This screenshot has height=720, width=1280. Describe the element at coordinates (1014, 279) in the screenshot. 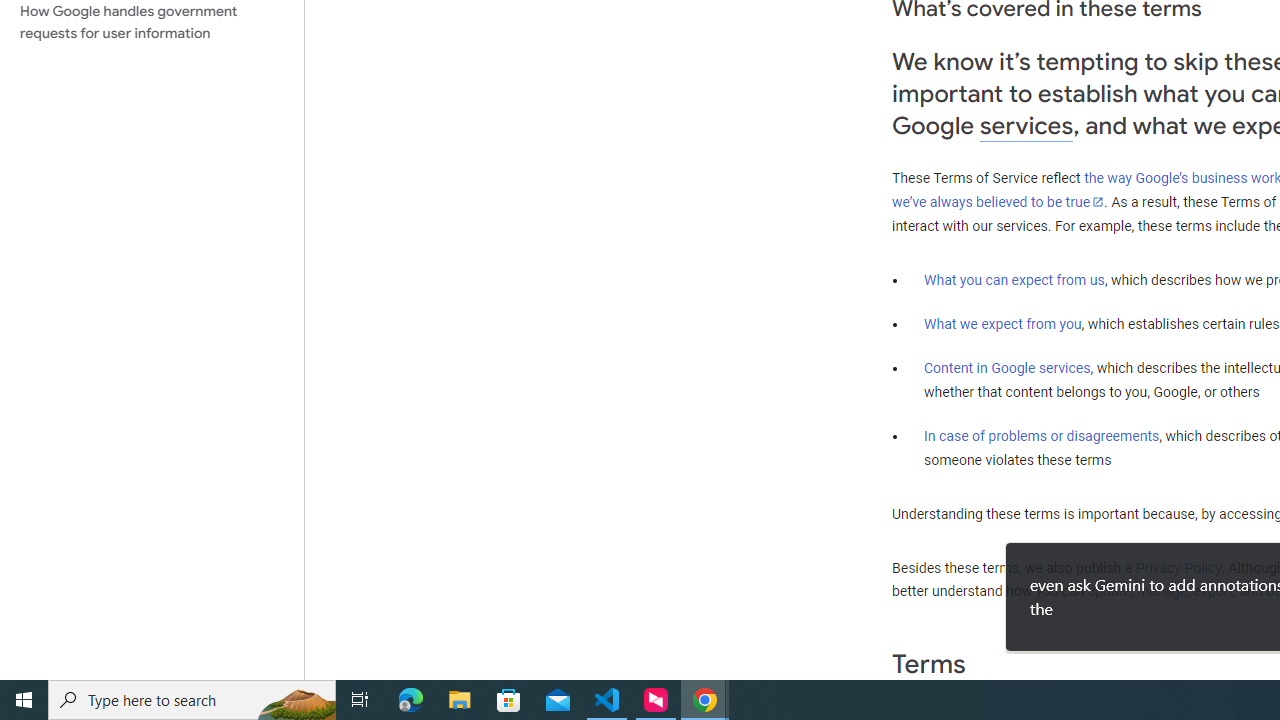

I see `'What you can expect from us'` at that location.